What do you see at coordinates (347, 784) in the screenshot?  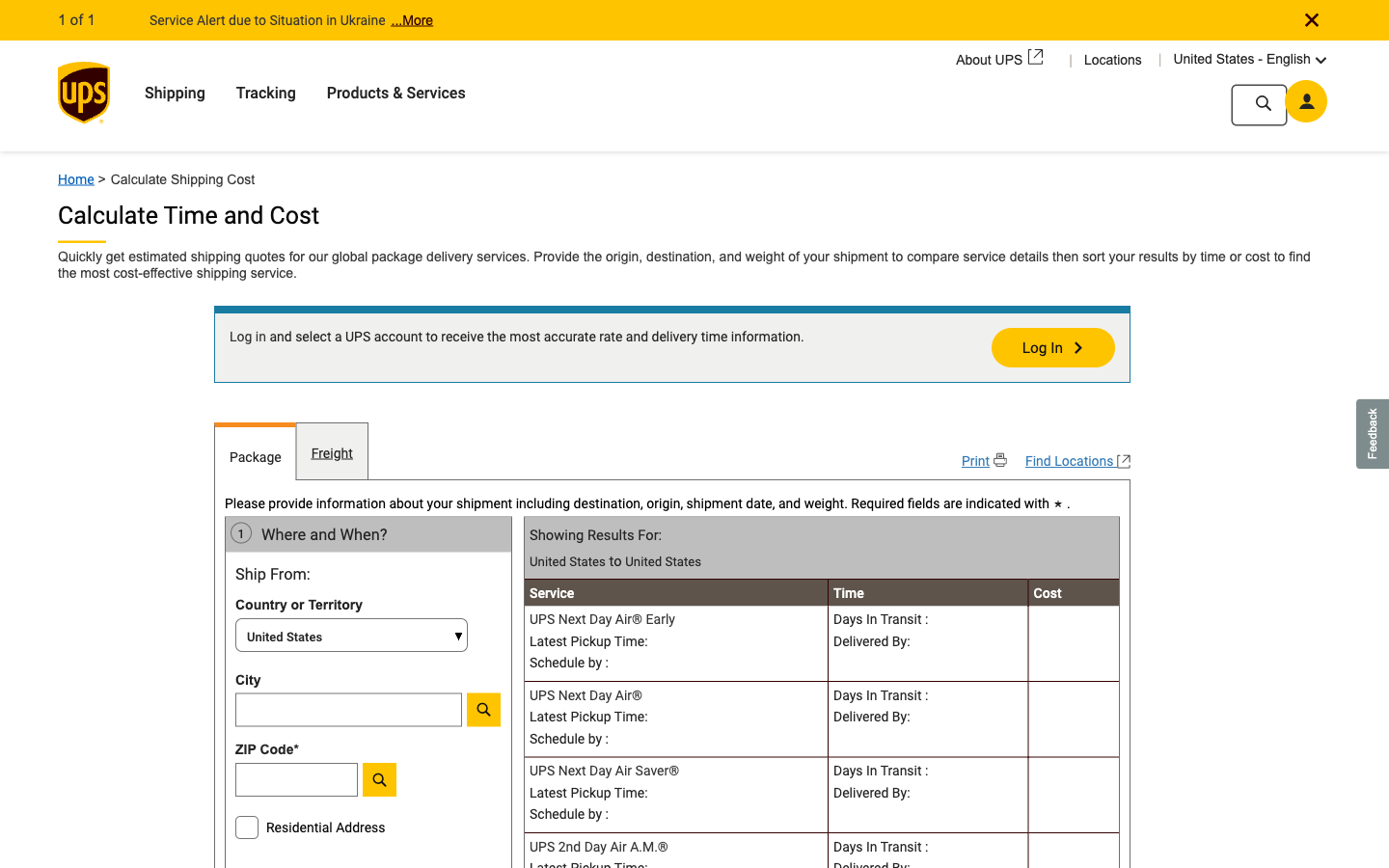 I see `Enter the copied Zip Code into the search field to trace the package` at bounding box center [347, 784].